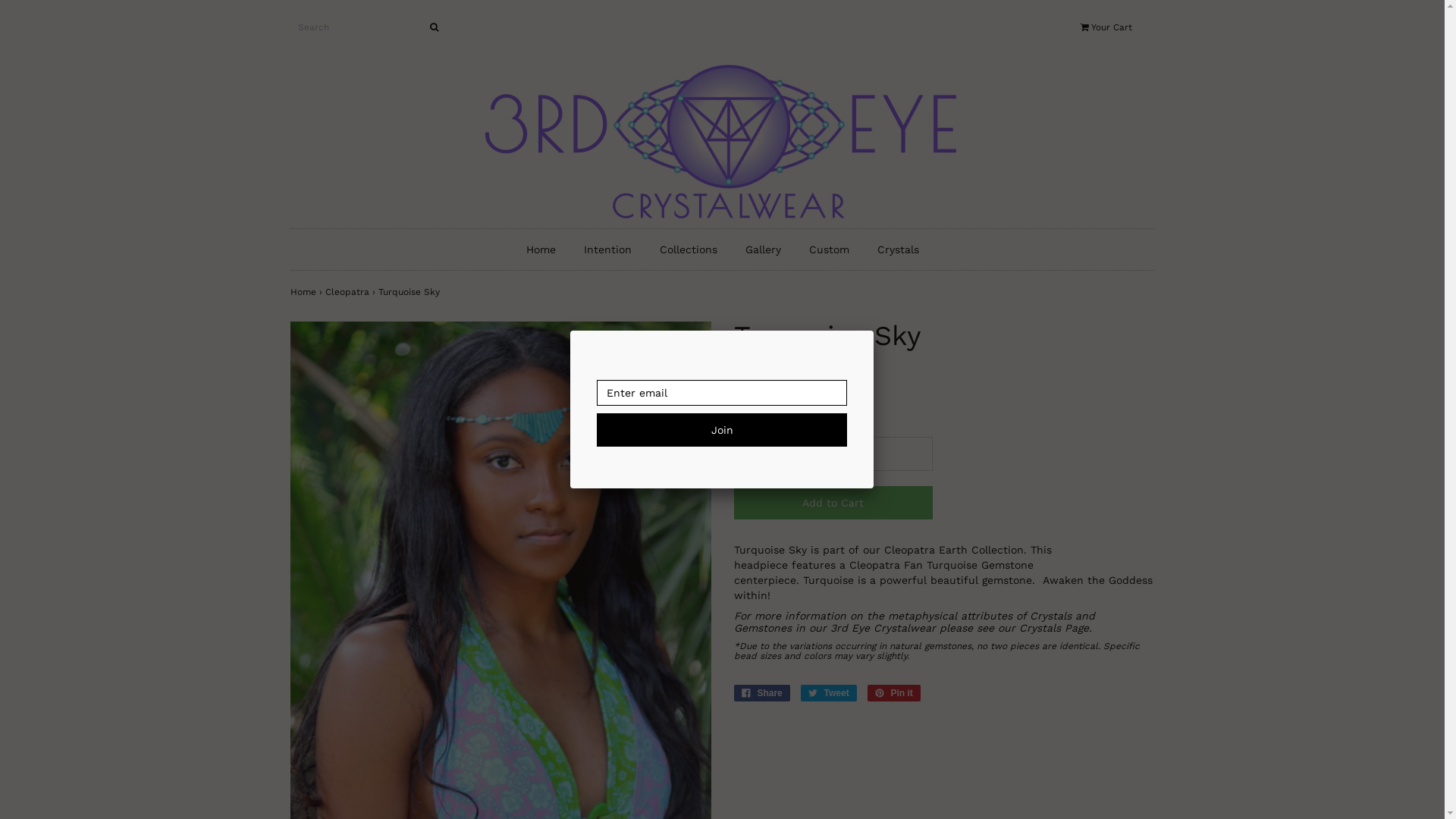  I want to click on 'Crystals', so click(898, 248).